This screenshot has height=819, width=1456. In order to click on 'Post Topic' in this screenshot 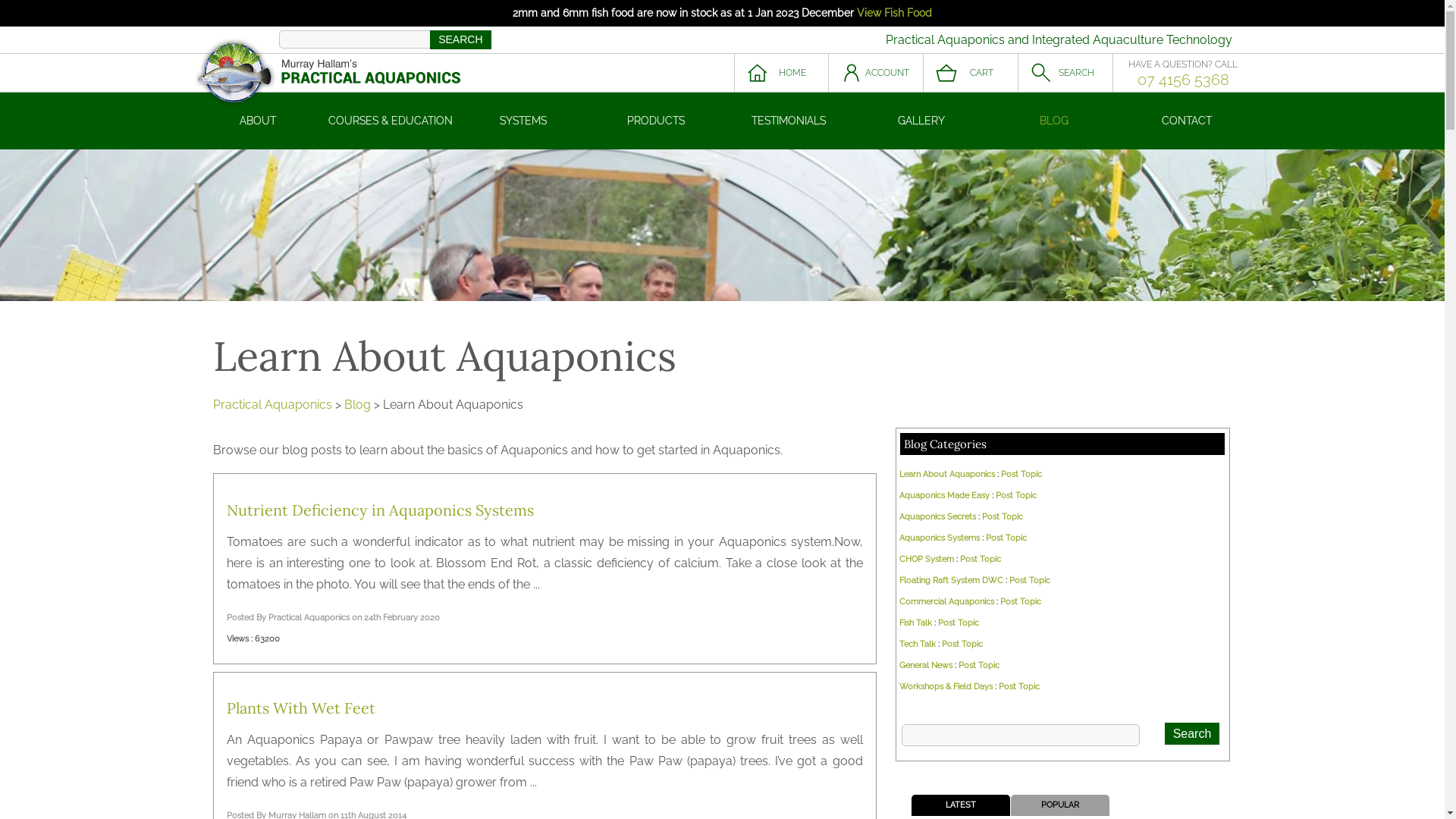, I will do `click(986, 537)`.